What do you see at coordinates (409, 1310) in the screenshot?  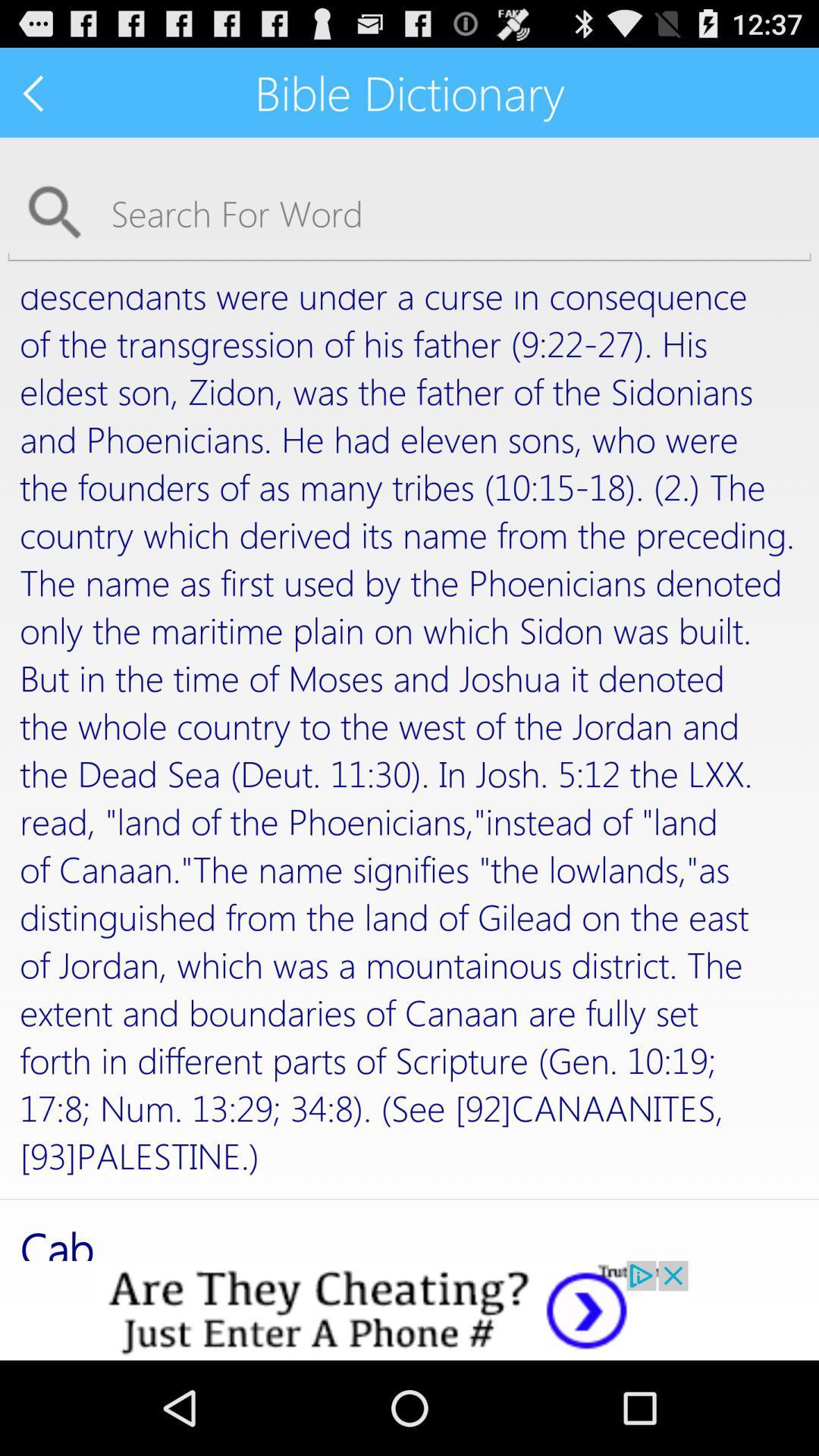 I see `share the article` at bounding box center [409, 1310].